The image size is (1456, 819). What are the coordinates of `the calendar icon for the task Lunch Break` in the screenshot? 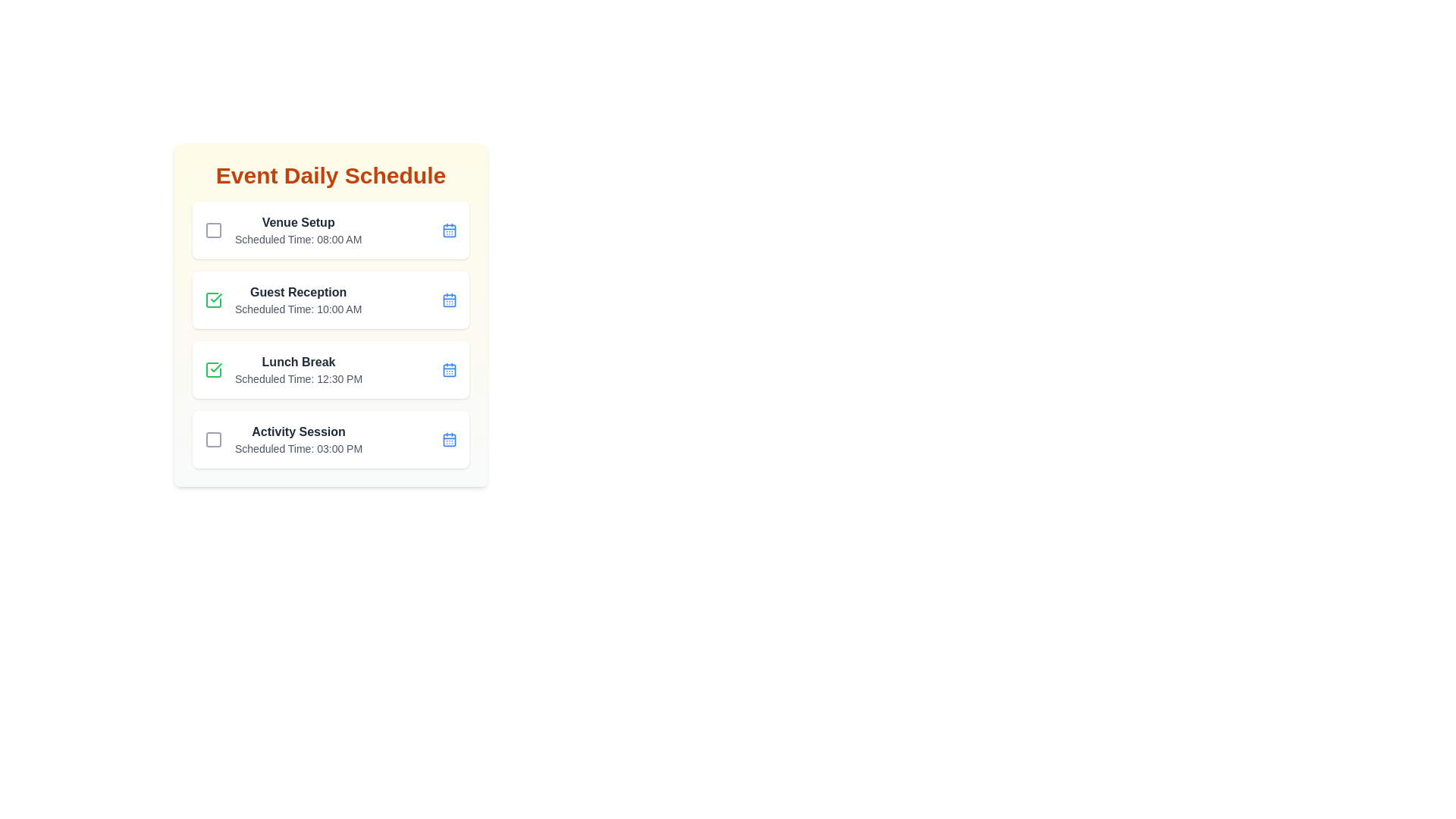 It's located at (449, 370).